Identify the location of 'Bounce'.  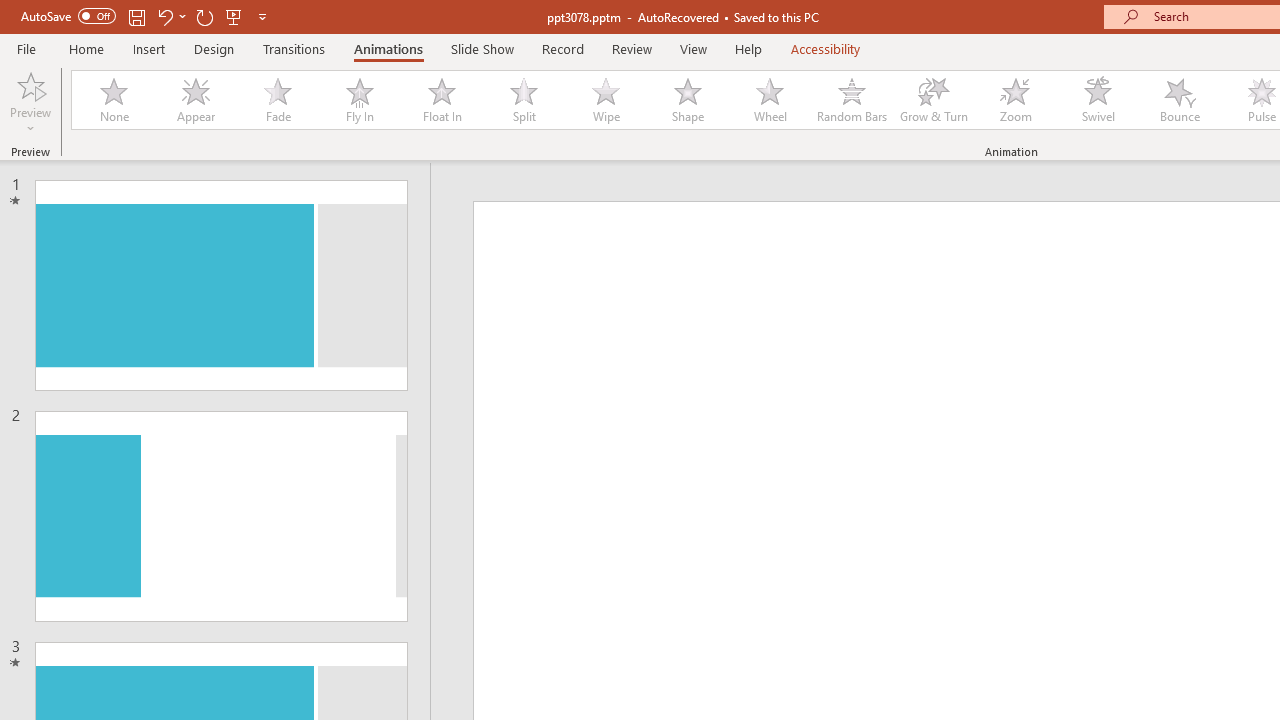
(1180, 100).